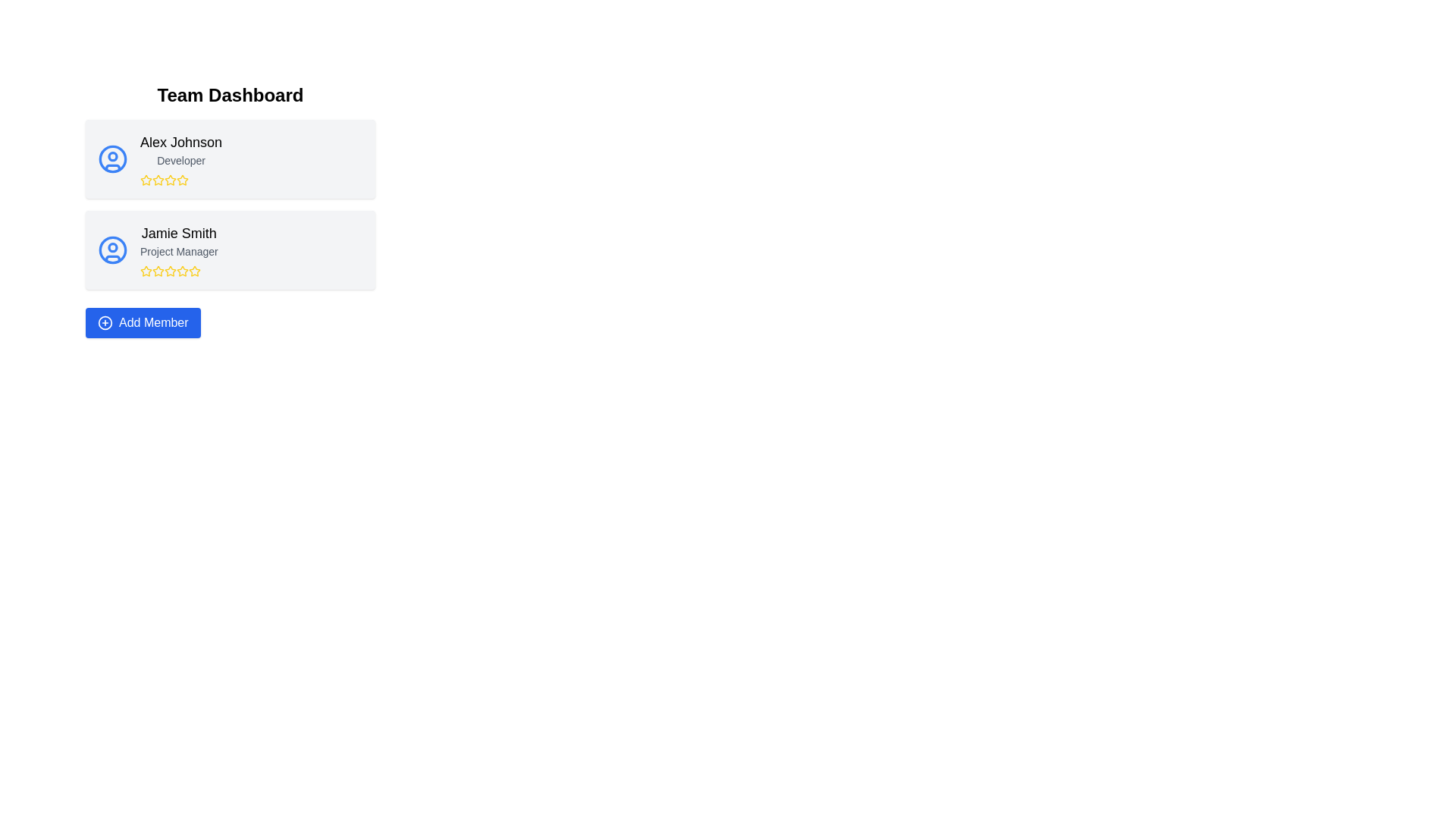  I want to click on the fourth star icon in the rating system under the 'Jamie Smith' profile section in the 'Team Dashboard' view, so click(194, 270).